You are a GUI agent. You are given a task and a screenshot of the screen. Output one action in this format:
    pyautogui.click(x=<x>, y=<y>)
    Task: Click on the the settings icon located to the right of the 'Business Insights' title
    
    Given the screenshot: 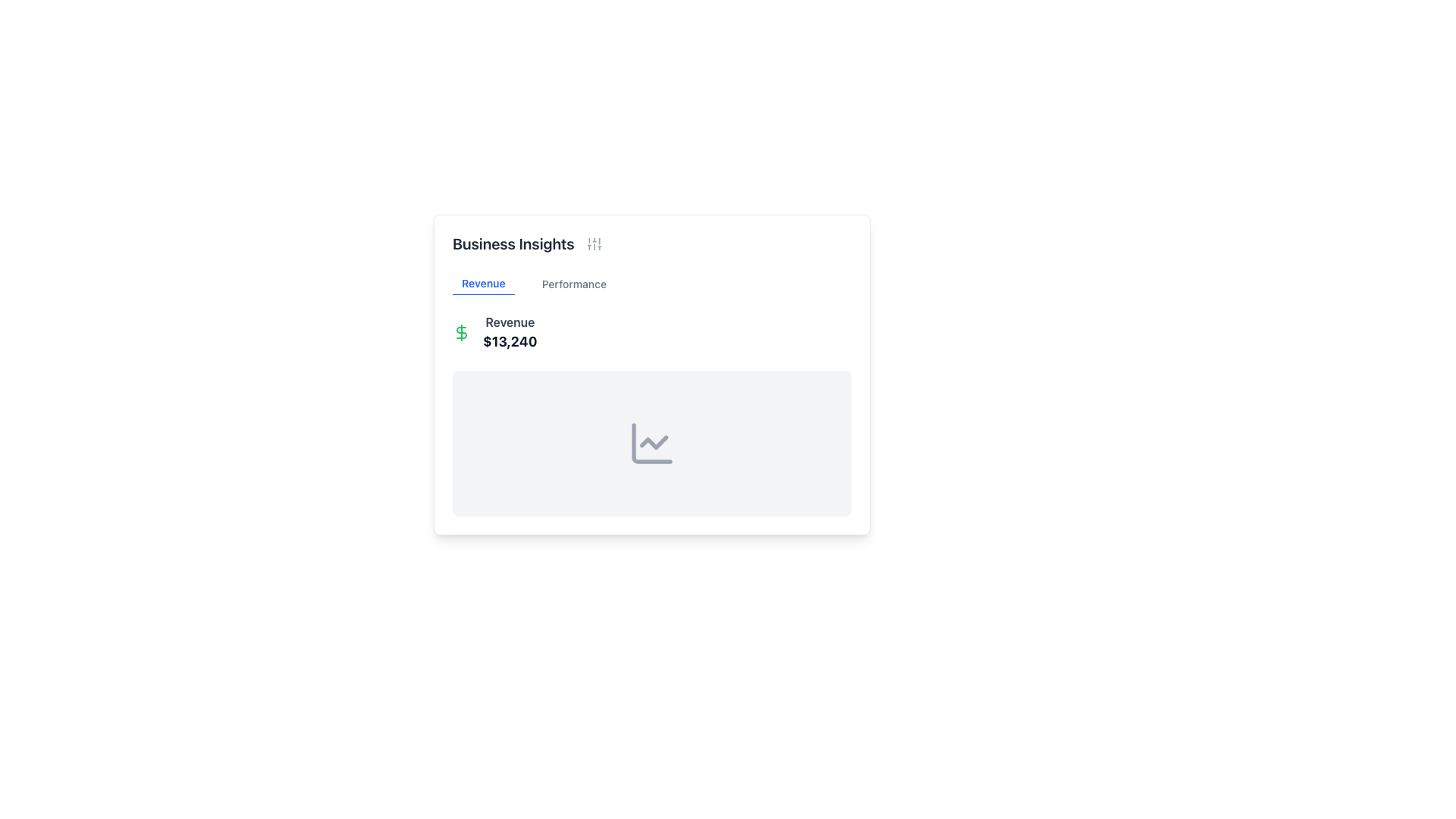 What is the action you would take?
    pyautogui.click(x=593, y=243)
    